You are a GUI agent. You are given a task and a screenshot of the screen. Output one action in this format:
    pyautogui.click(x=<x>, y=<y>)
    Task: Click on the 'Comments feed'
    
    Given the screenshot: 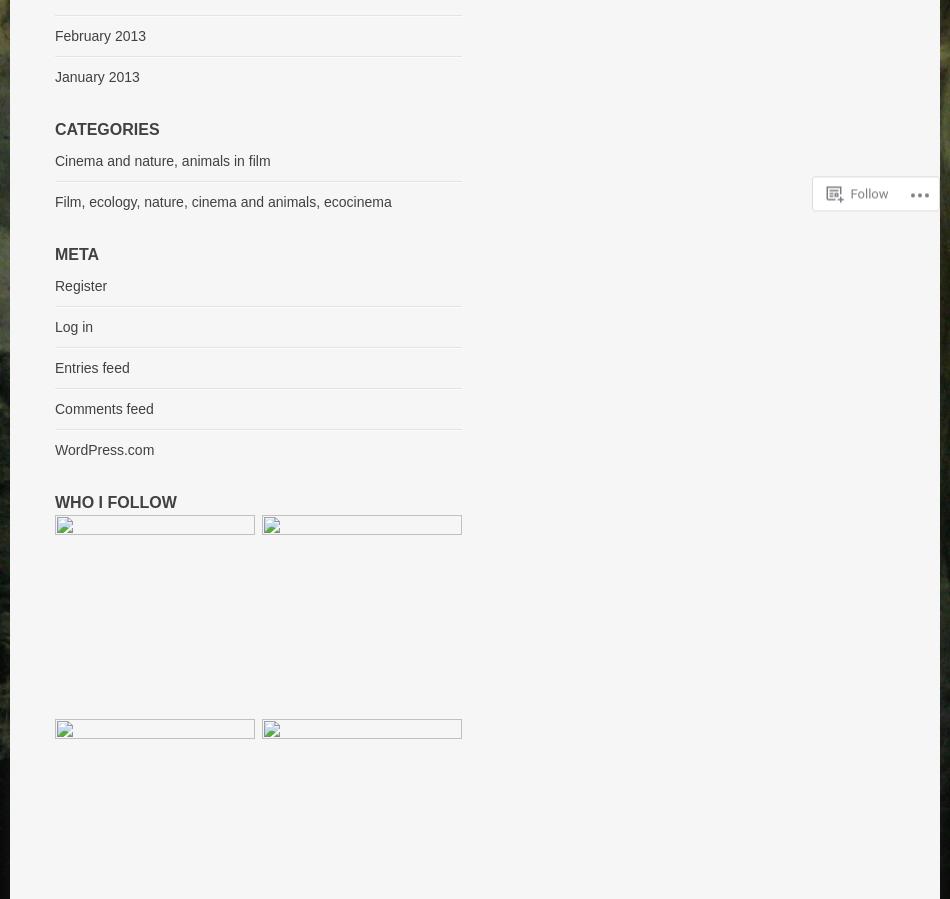 What is the action you would take?
    pyautogui.click(x=55, y=407)
    